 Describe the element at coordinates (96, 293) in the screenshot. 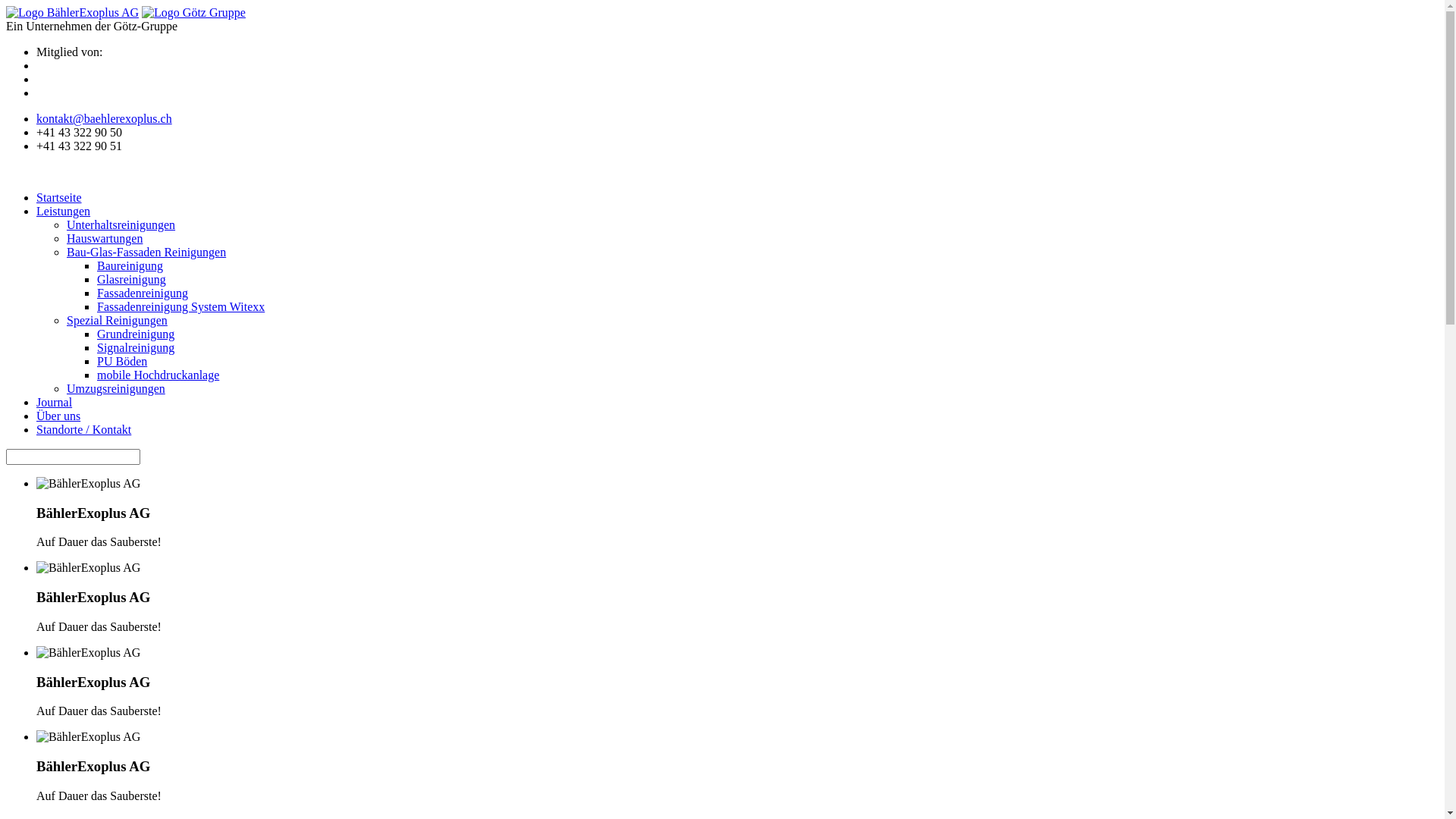

I see `'Fassadenreinigung'` at that location.